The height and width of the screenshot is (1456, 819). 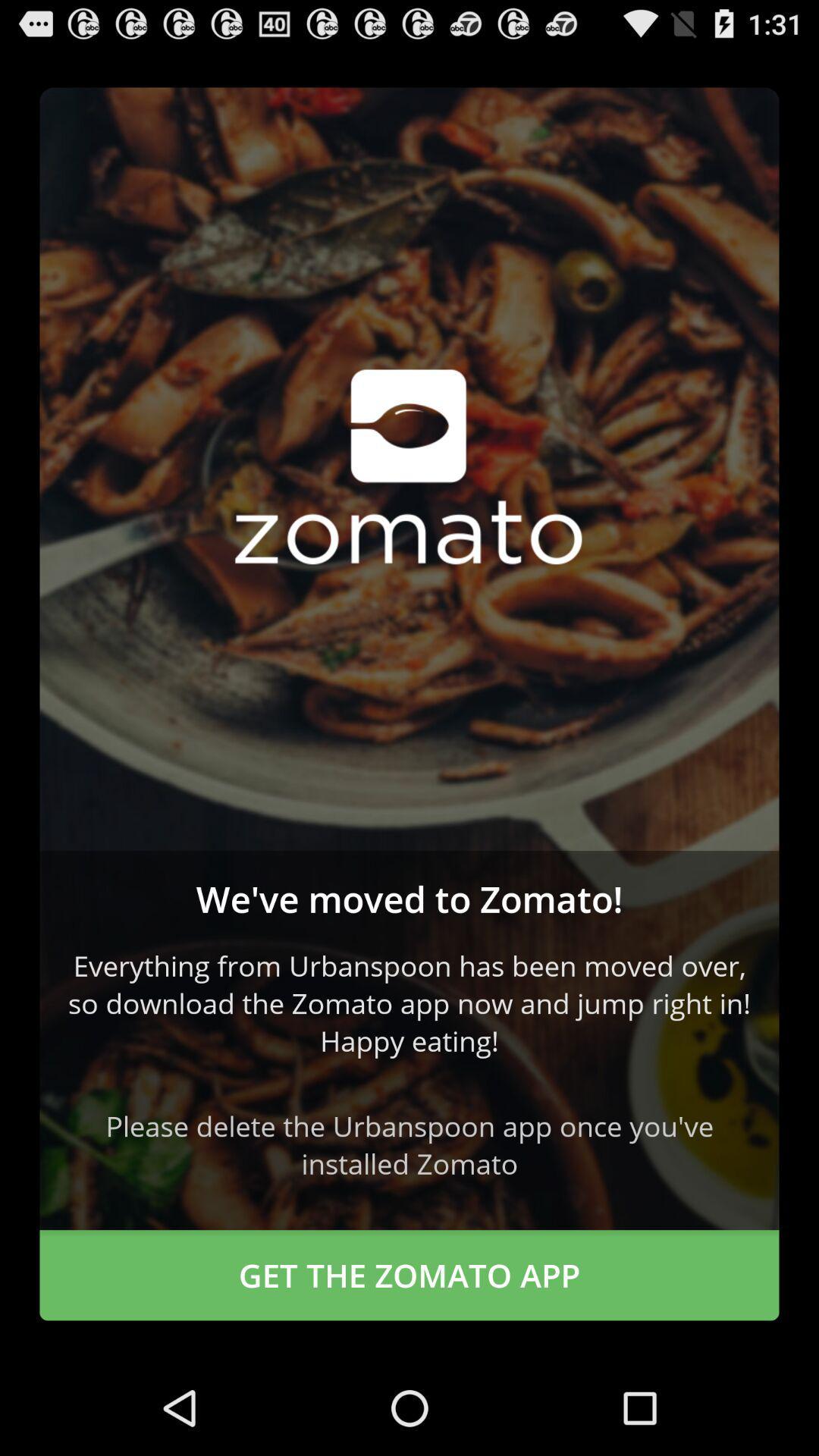 What do you see at coordinates (409, 468) in the screenshot?
I see `item above the we ve moved icon` at bounding box center [409, 468].